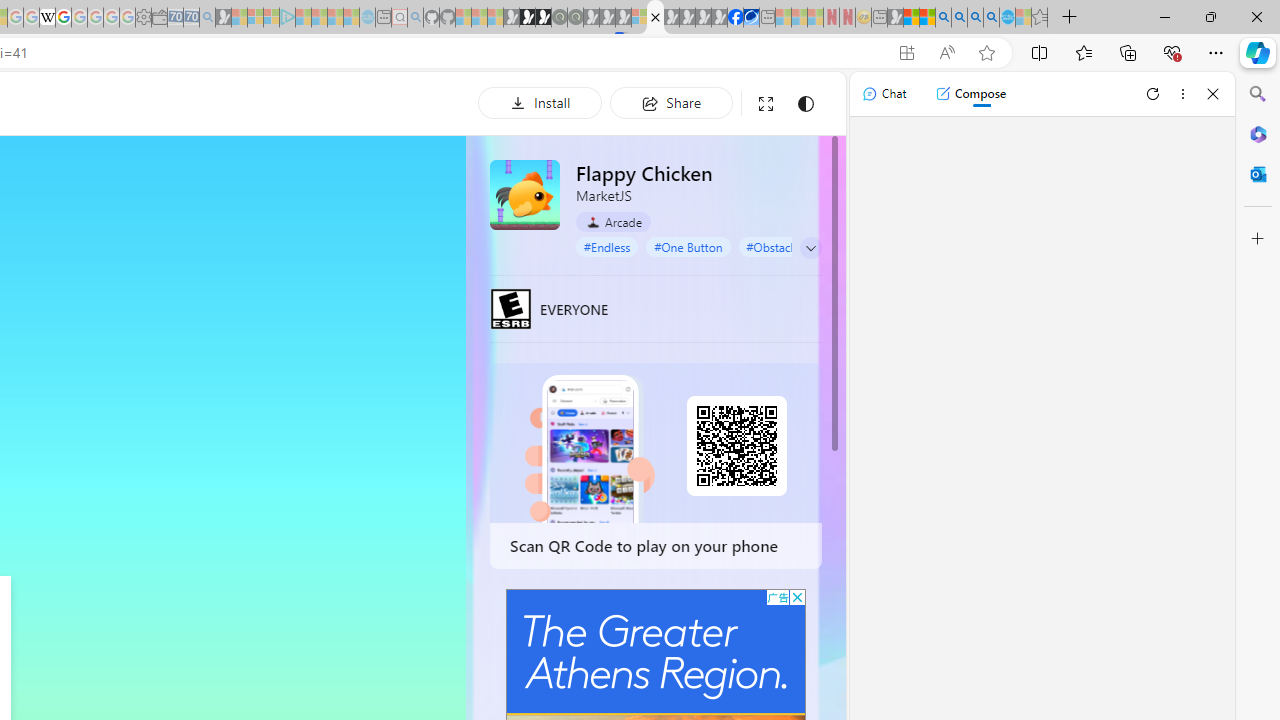  Describe the element at coordinates (511, 308) in the screenshot. I see `'EVERYONE'` at that location.